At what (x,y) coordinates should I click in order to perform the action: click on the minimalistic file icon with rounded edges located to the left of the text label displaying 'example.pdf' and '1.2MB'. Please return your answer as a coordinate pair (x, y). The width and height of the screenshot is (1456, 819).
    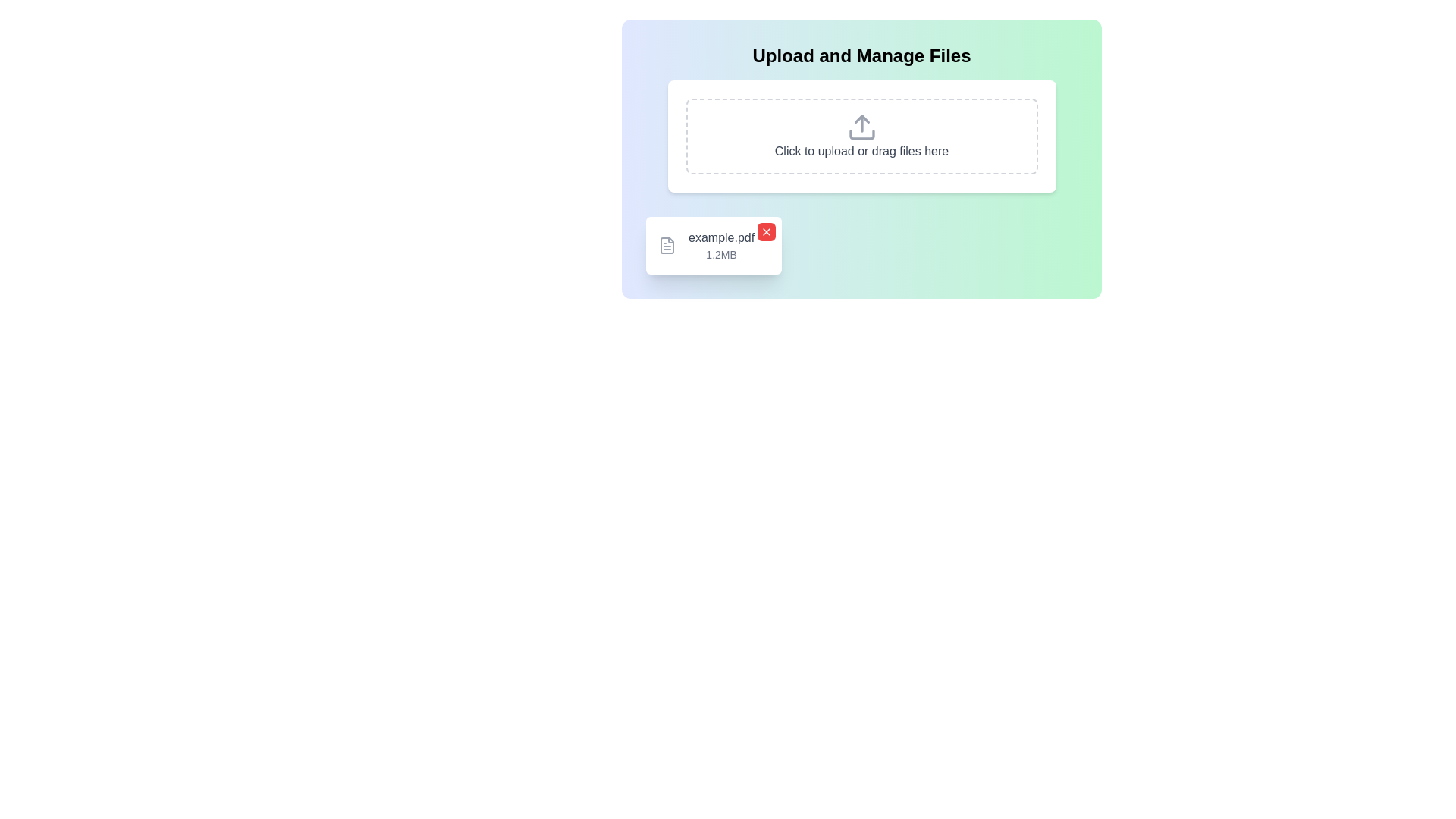
    Looking at the image, I should click on (667, 245).